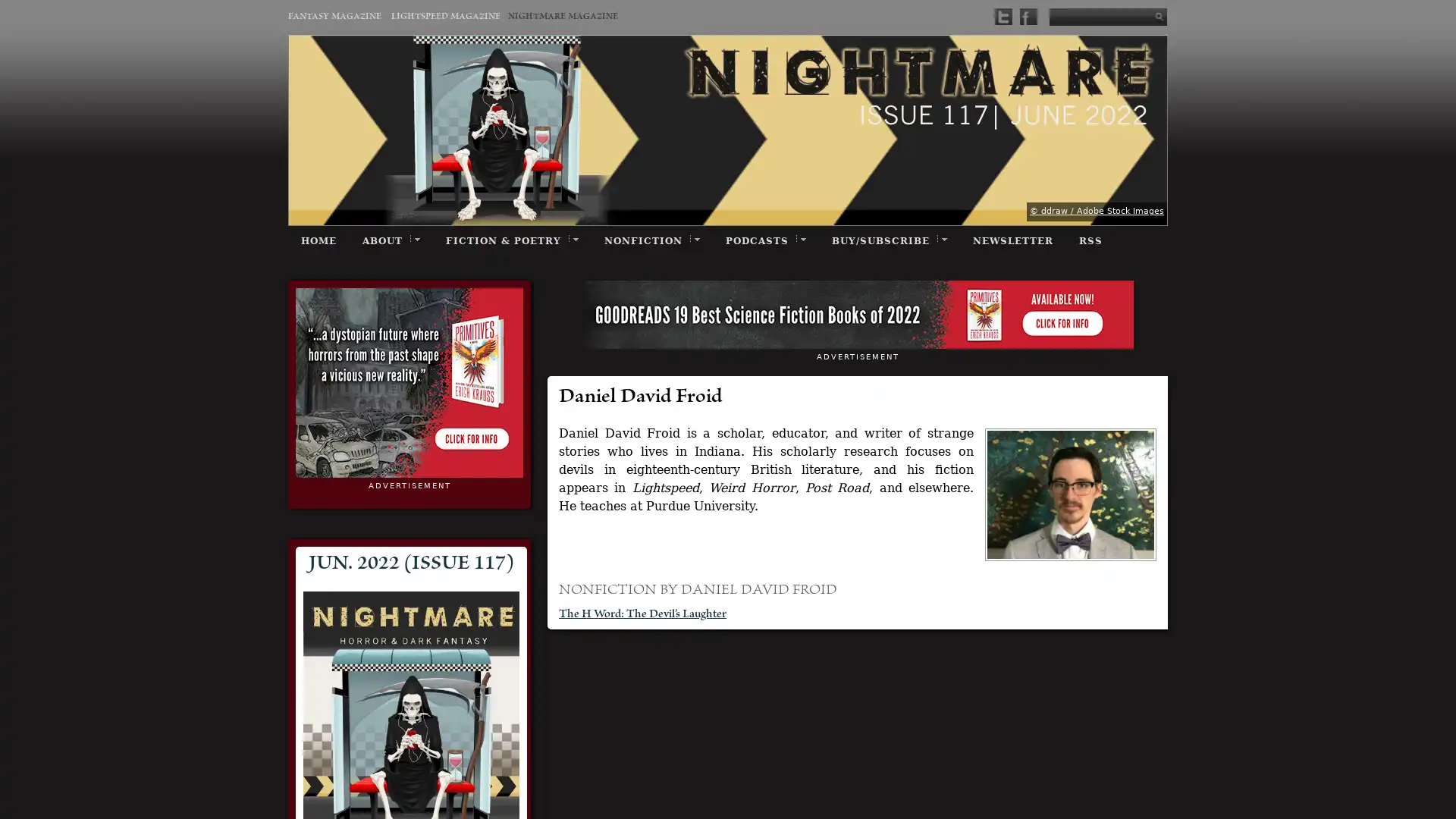 The image size is (1456, 819). Describe the element at coordinates (1175, 16) in the screenshot. I see `Submit` at that location.